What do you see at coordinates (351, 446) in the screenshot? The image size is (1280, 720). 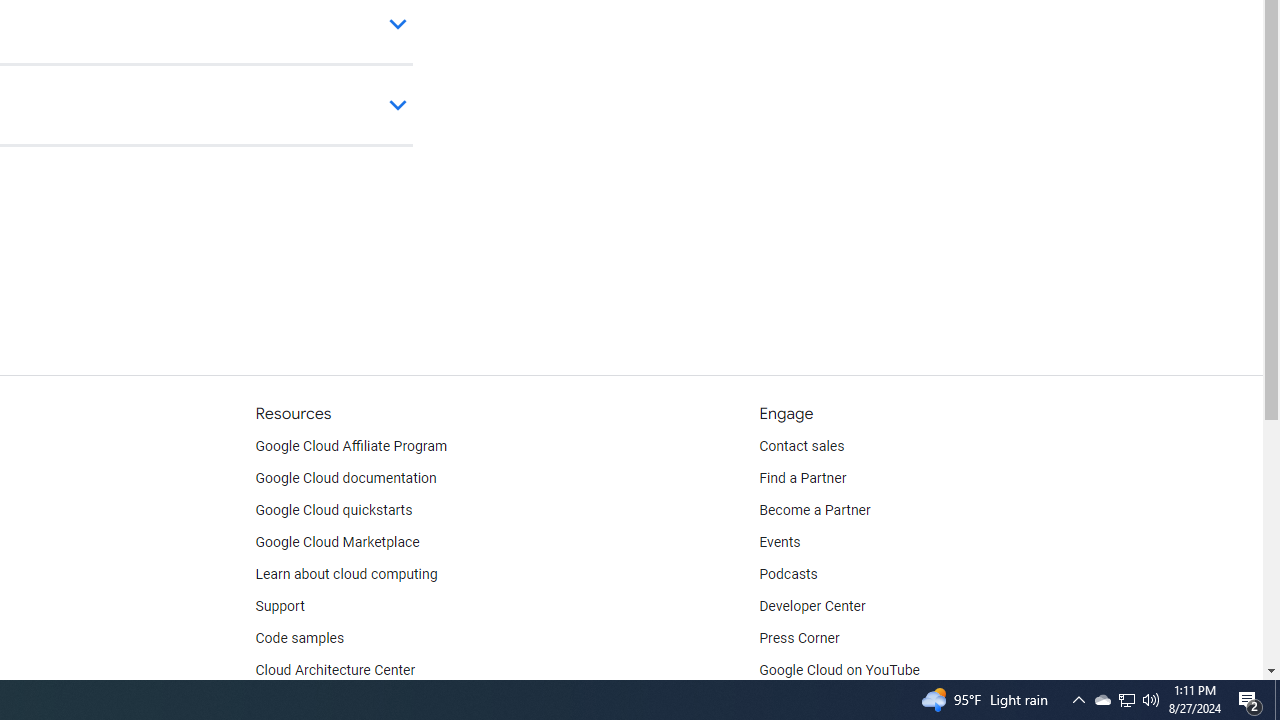 I see `'Google Cloud Affiliate Program'` at bounding box center [351, 446].